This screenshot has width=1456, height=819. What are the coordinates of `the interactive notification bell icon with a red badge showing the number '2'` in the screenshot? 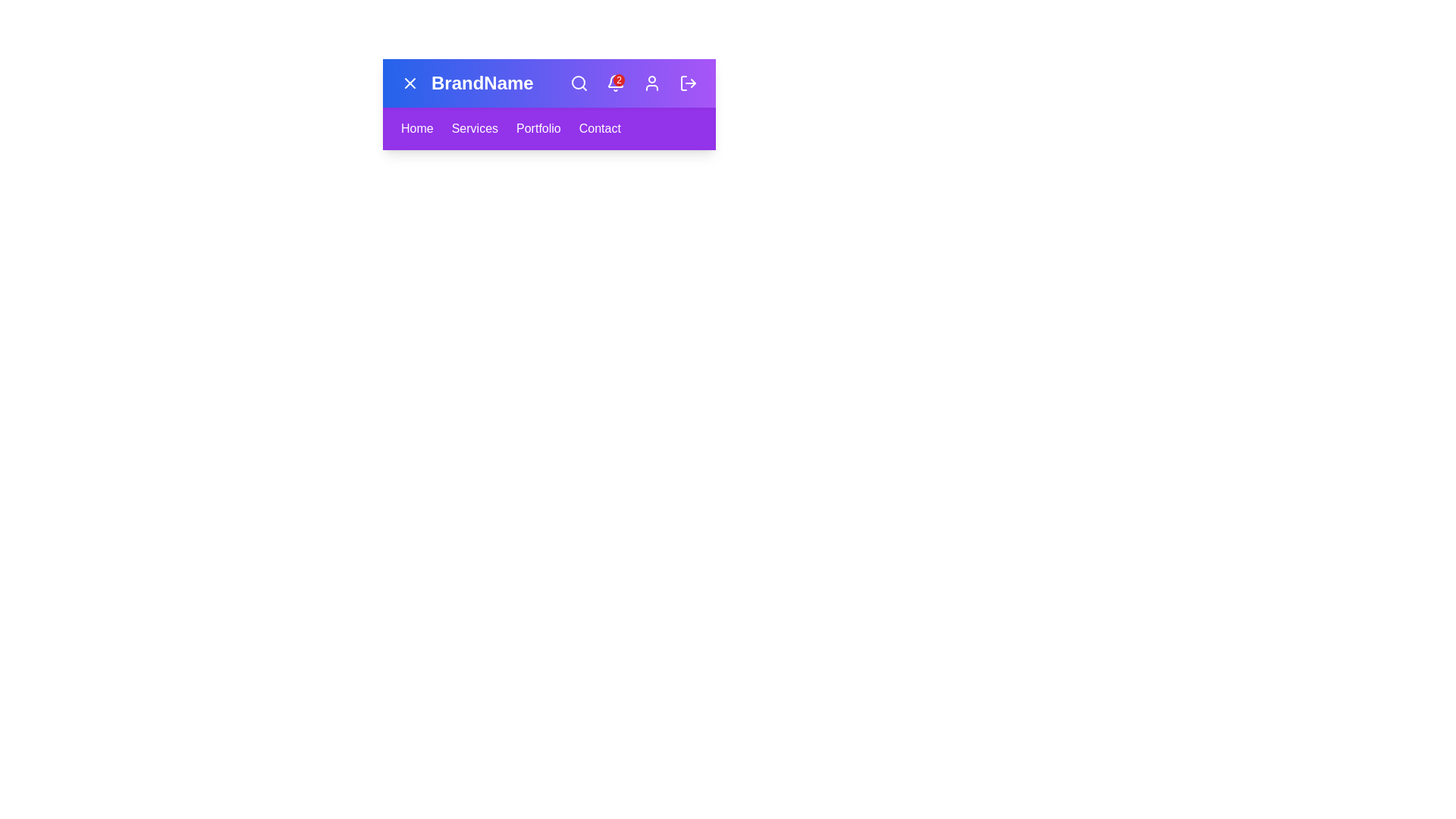 It's located at (615, 83).